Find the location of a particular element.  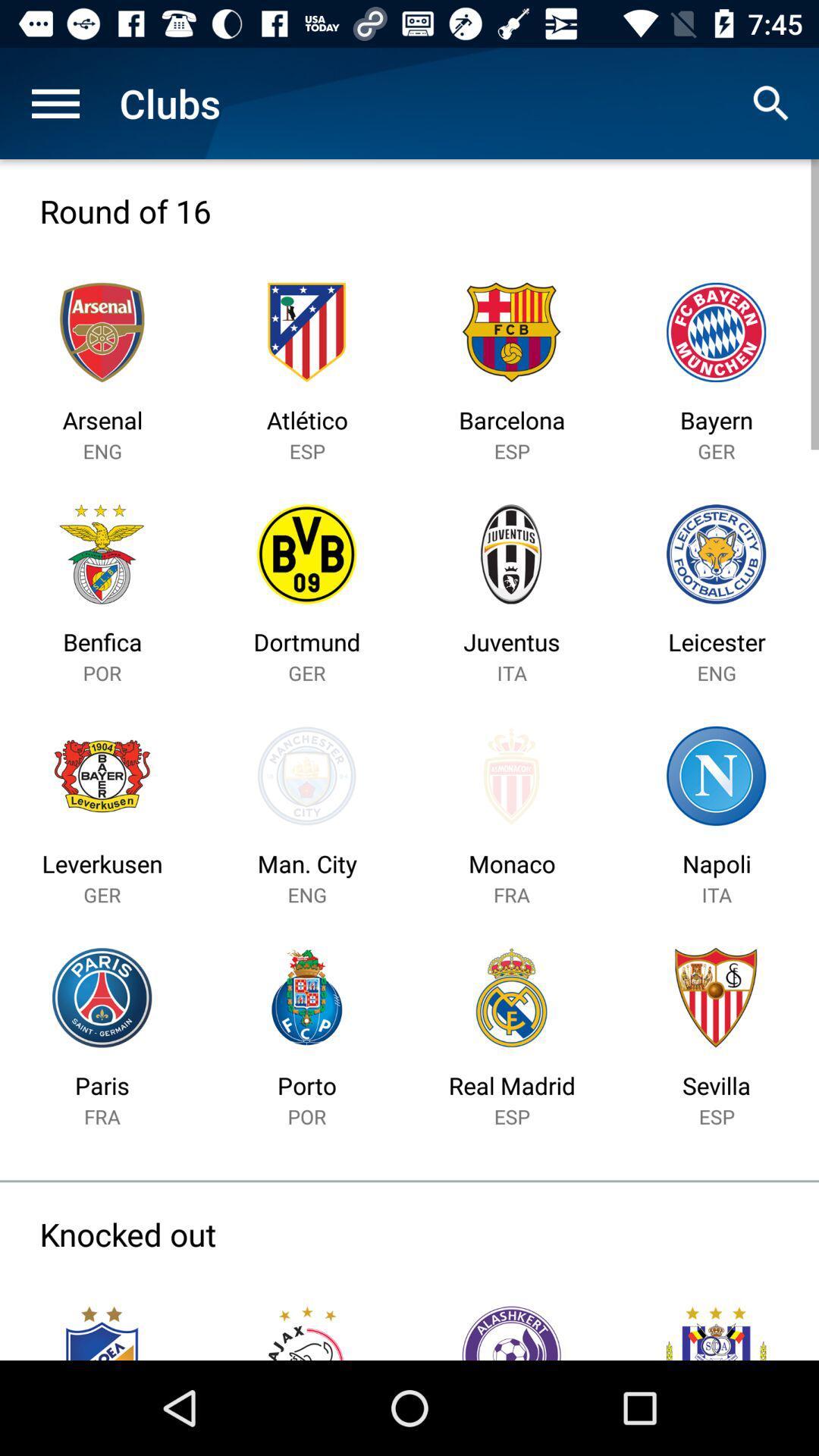

icon next to clubs icon is located at coordinates (55, 102).